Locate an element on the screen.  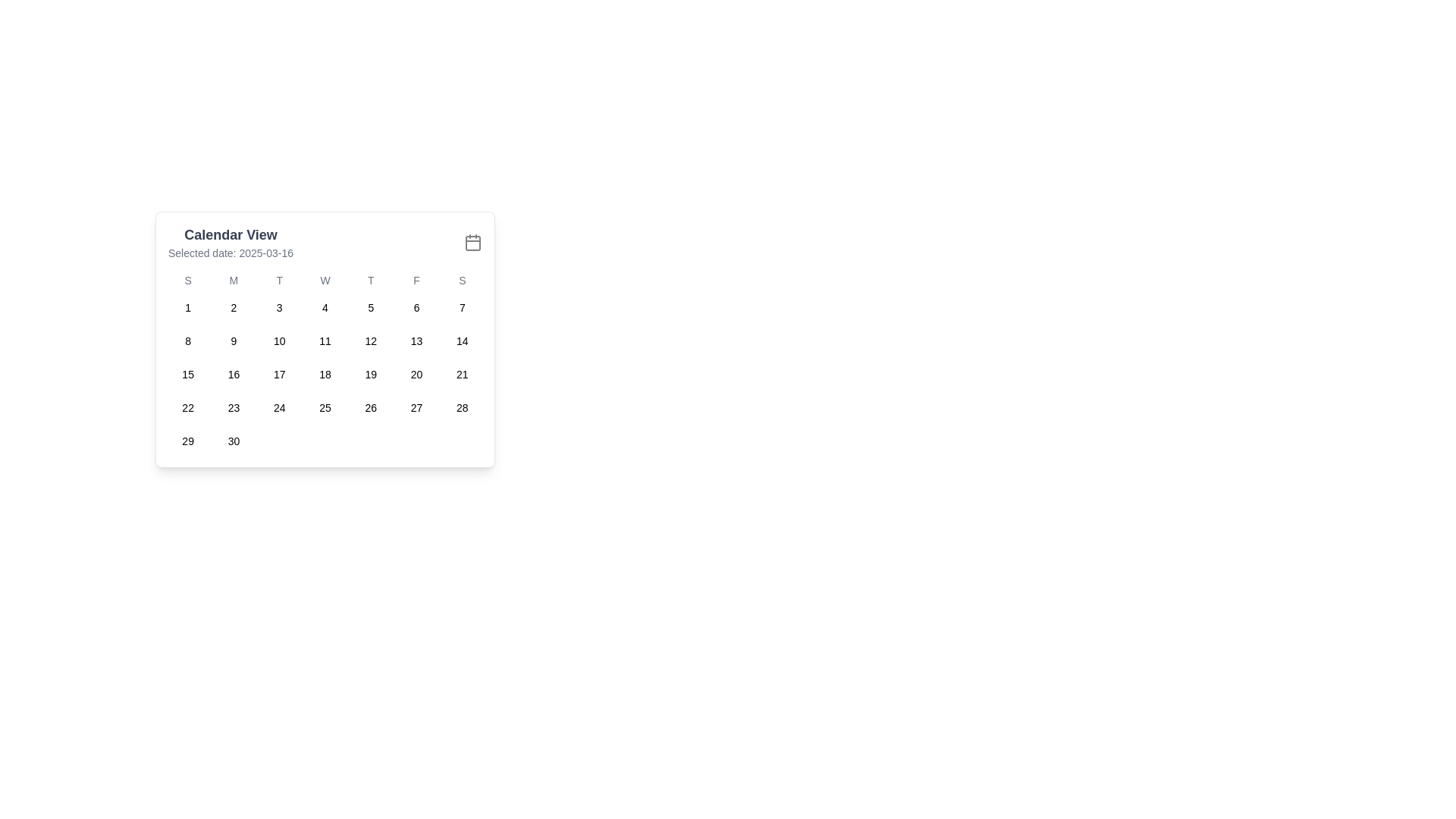
the text label representing Sunday in the calendar header row is located at coordinates (461, 281).